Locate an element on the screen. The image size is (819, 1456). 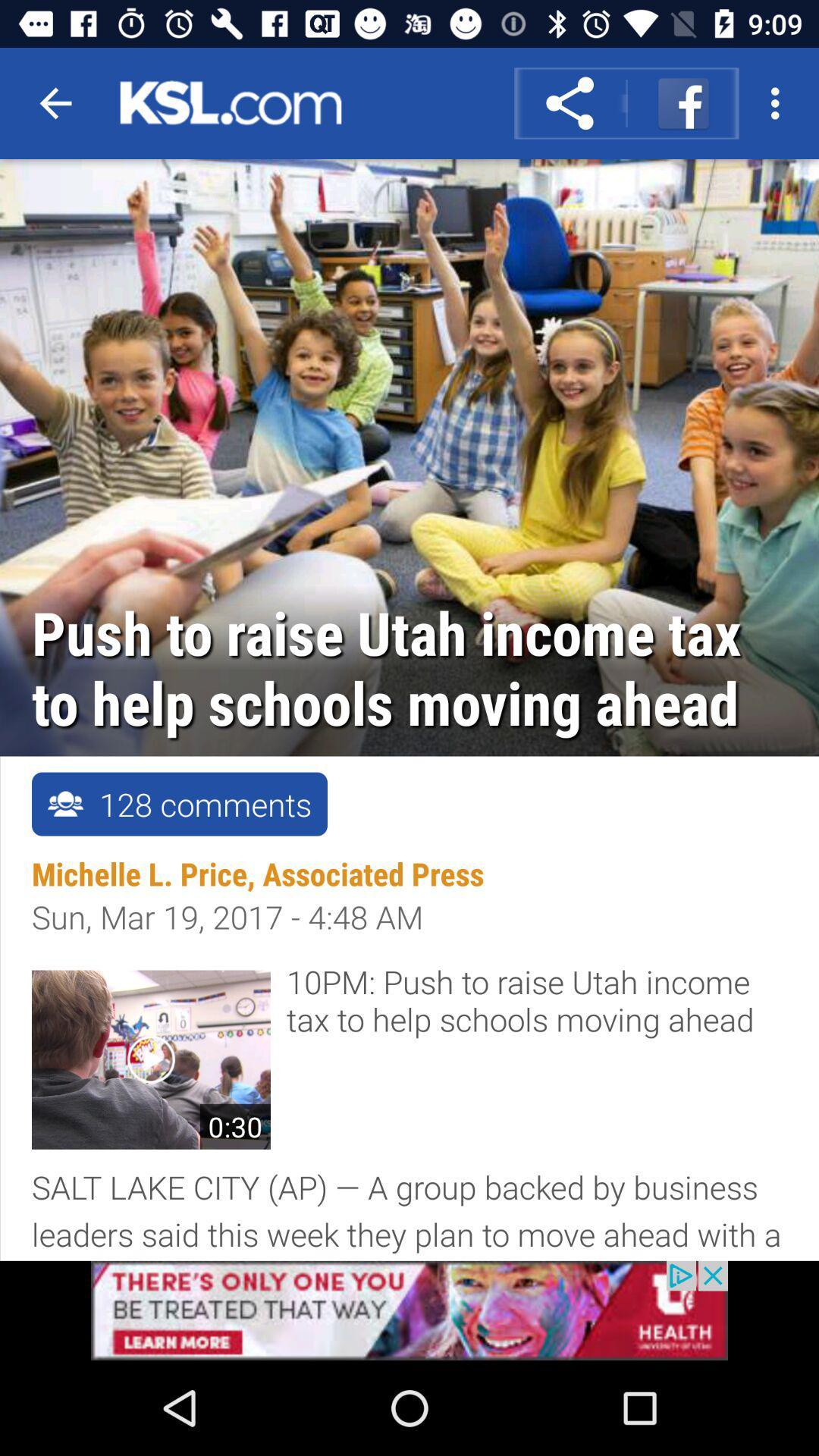
advertisement is located at coordinates (409, 1310).